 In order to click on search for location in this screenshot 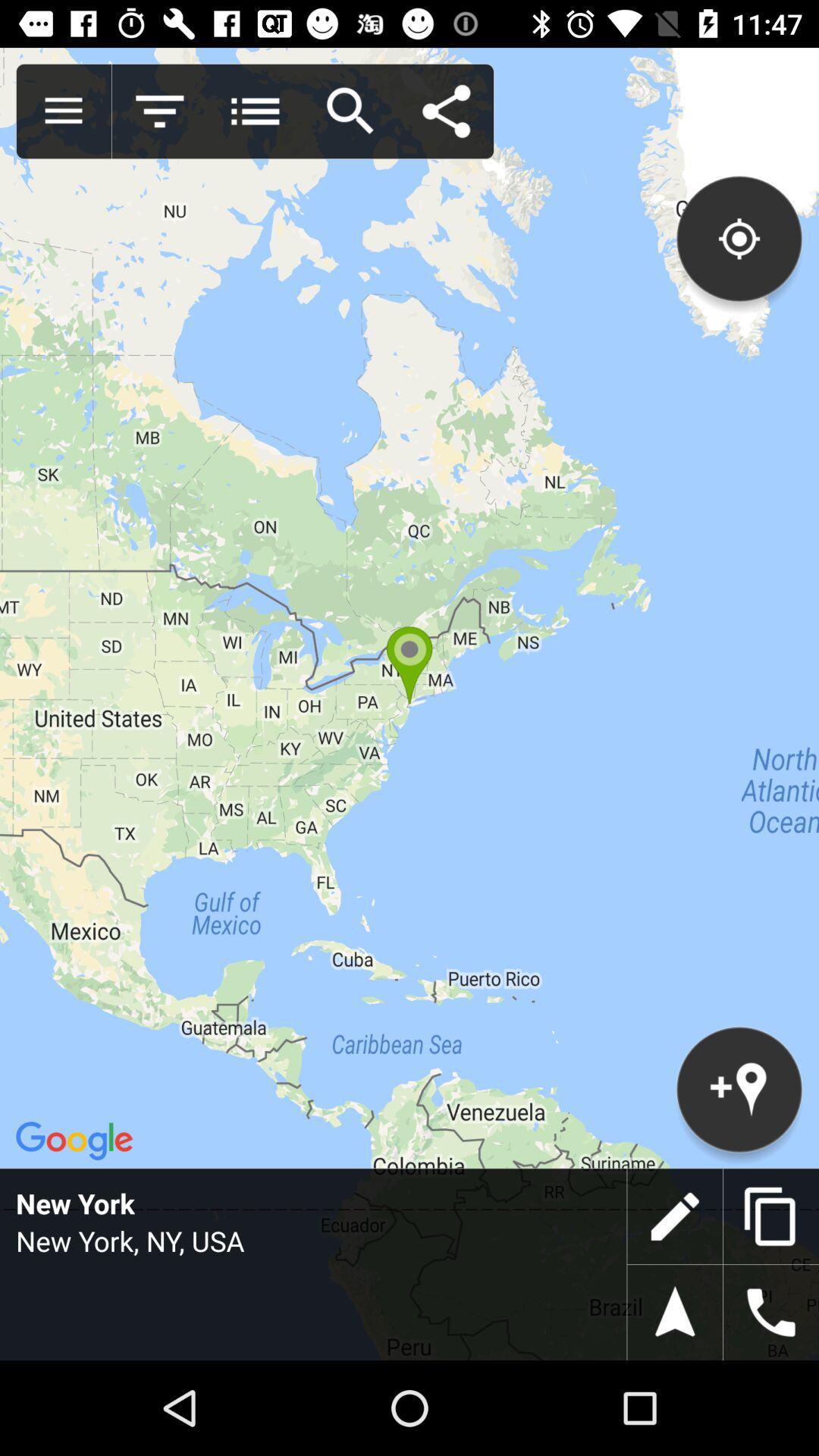, I will do `click(350, 111)`.